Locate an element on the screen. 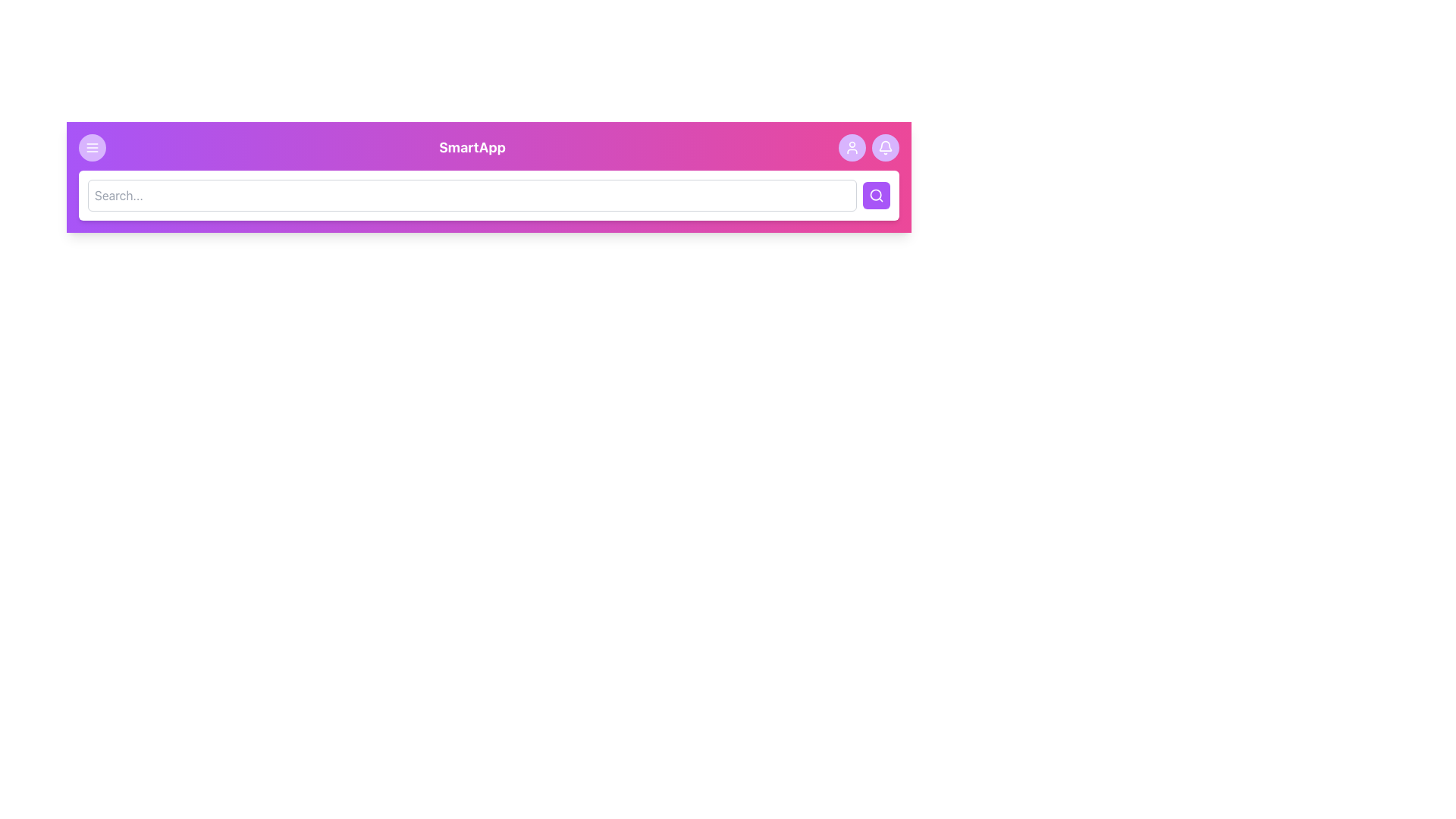 The height and width of the screenshot is (819, 1456). the circular button with a purple background and a white bell icon in the center is located at coordinates (885, 148).